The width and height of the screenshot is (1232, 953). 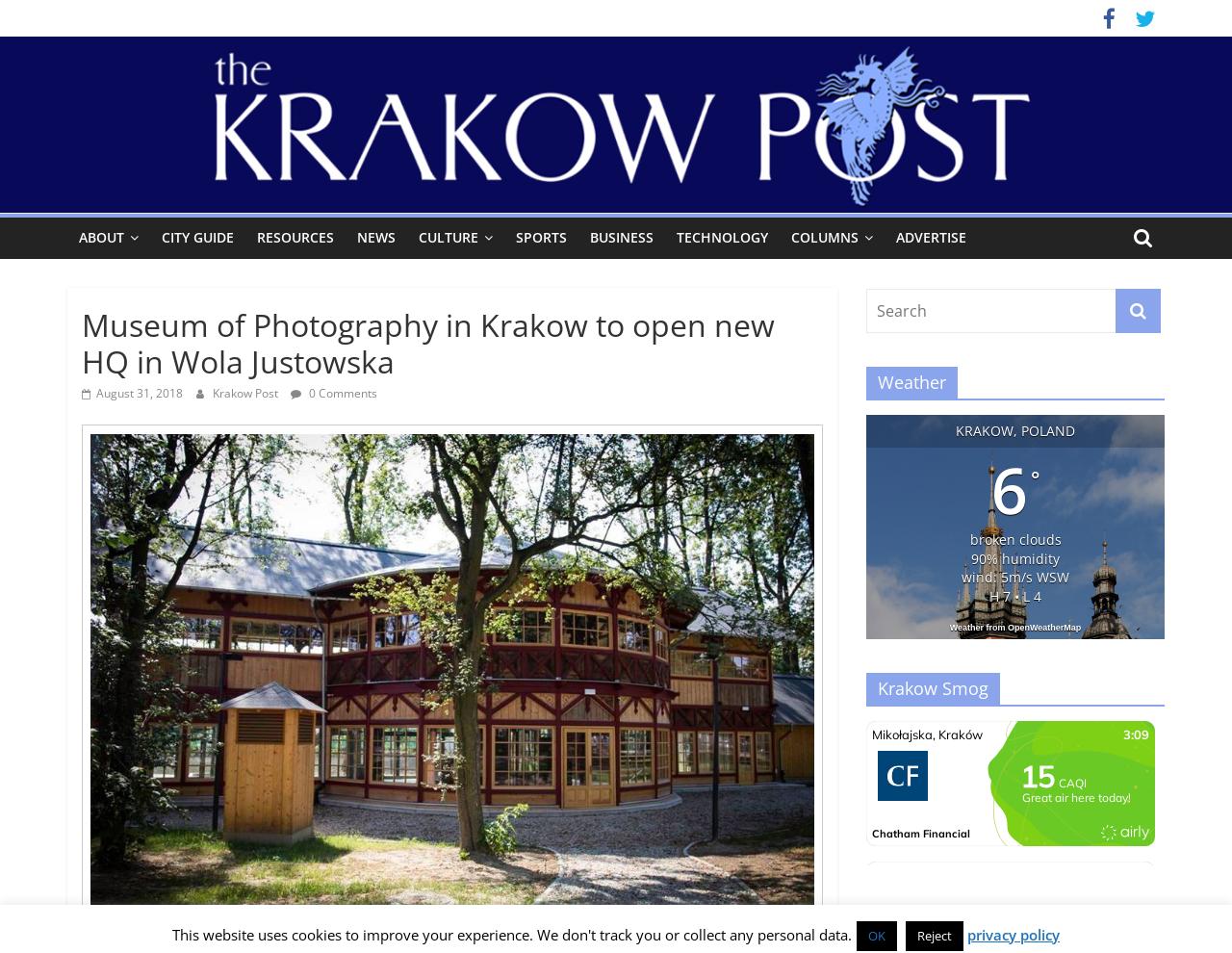 What do you see at coordinates (935, 935) in the screenshot?
I see `'Reject'` at bounding box center [935, 935].